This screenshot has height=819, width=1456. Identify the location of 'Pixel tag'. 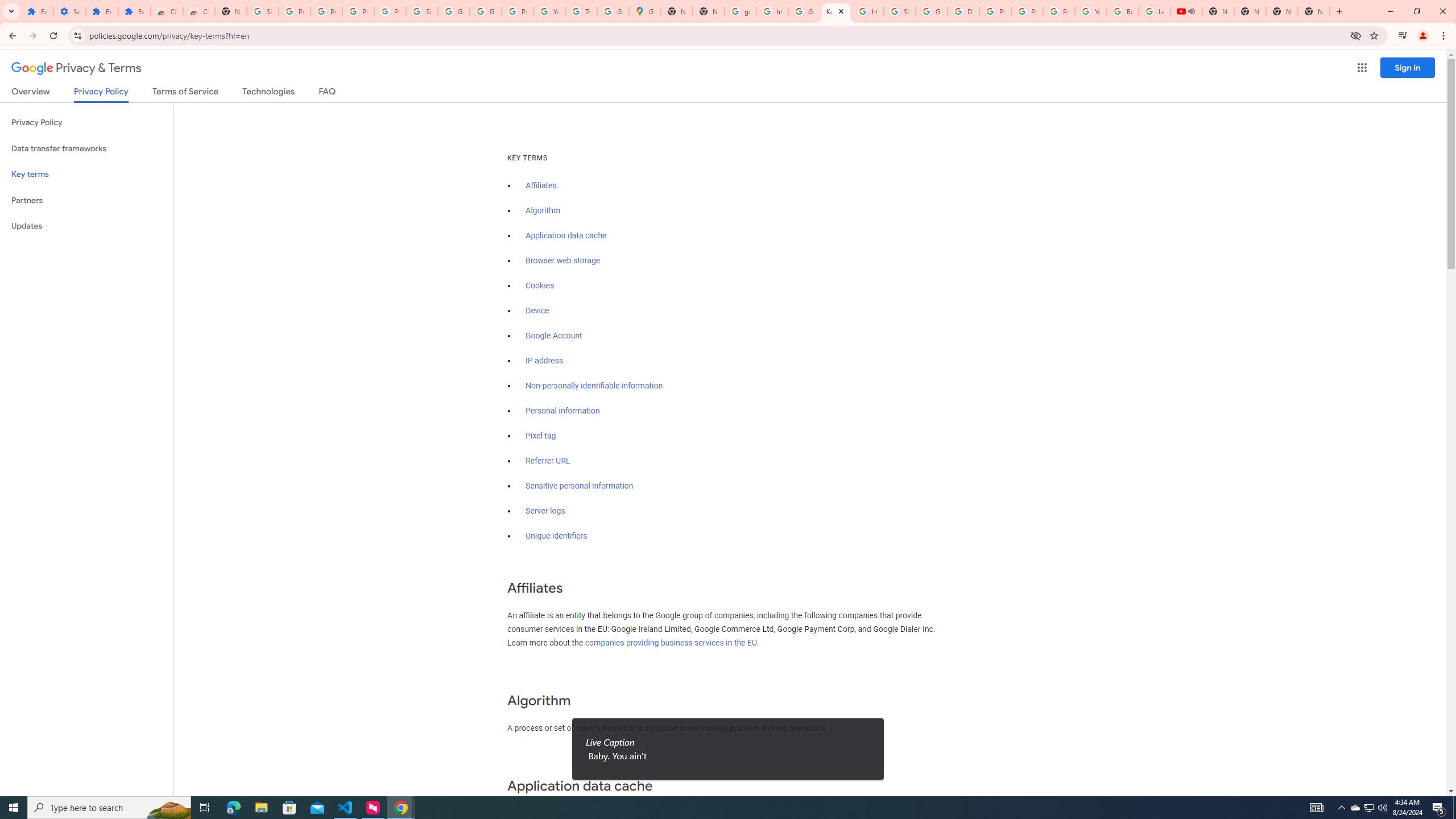
(540, 435).